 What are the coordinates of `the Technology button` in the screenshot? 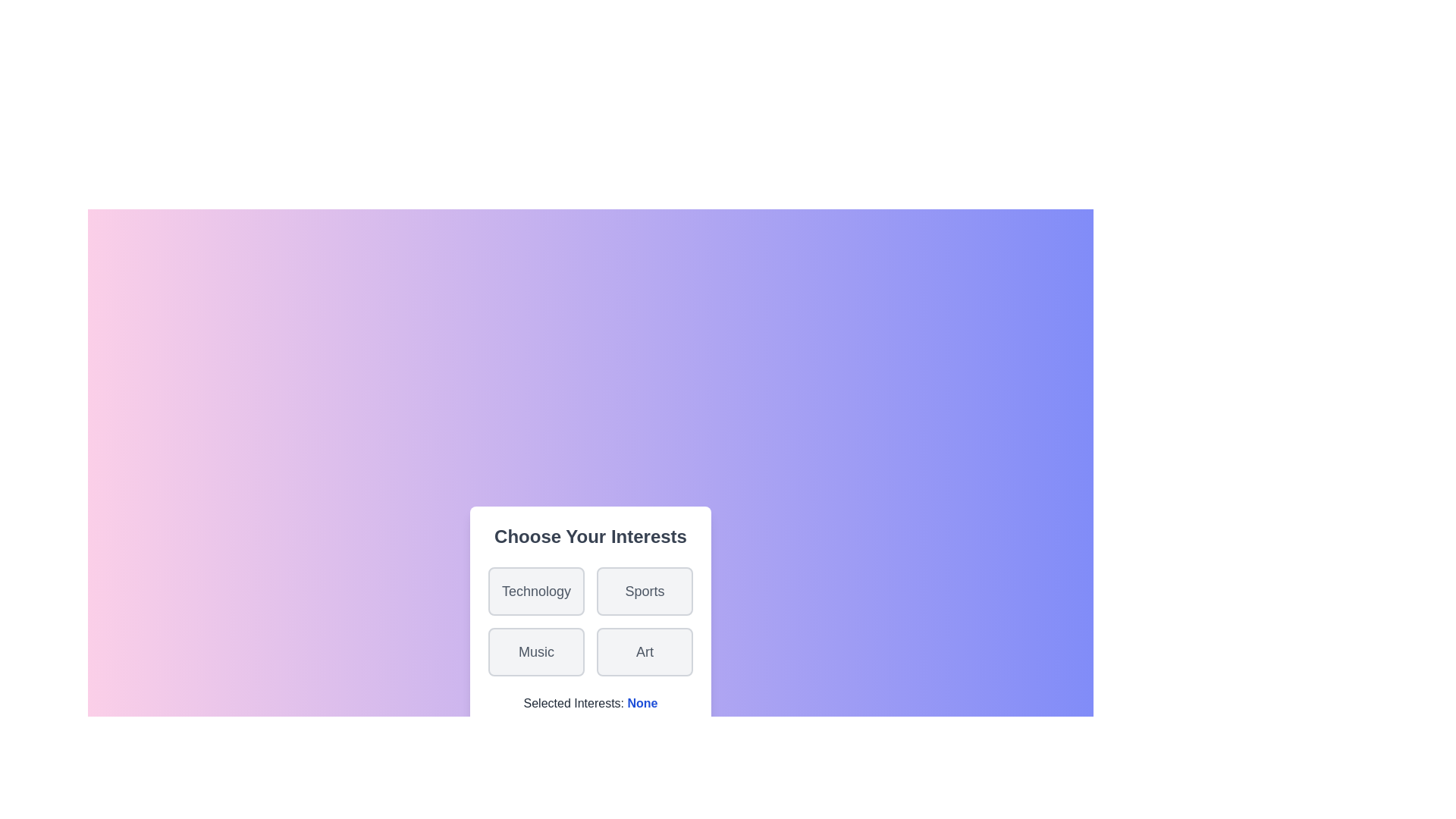 It's located at (535, 590).